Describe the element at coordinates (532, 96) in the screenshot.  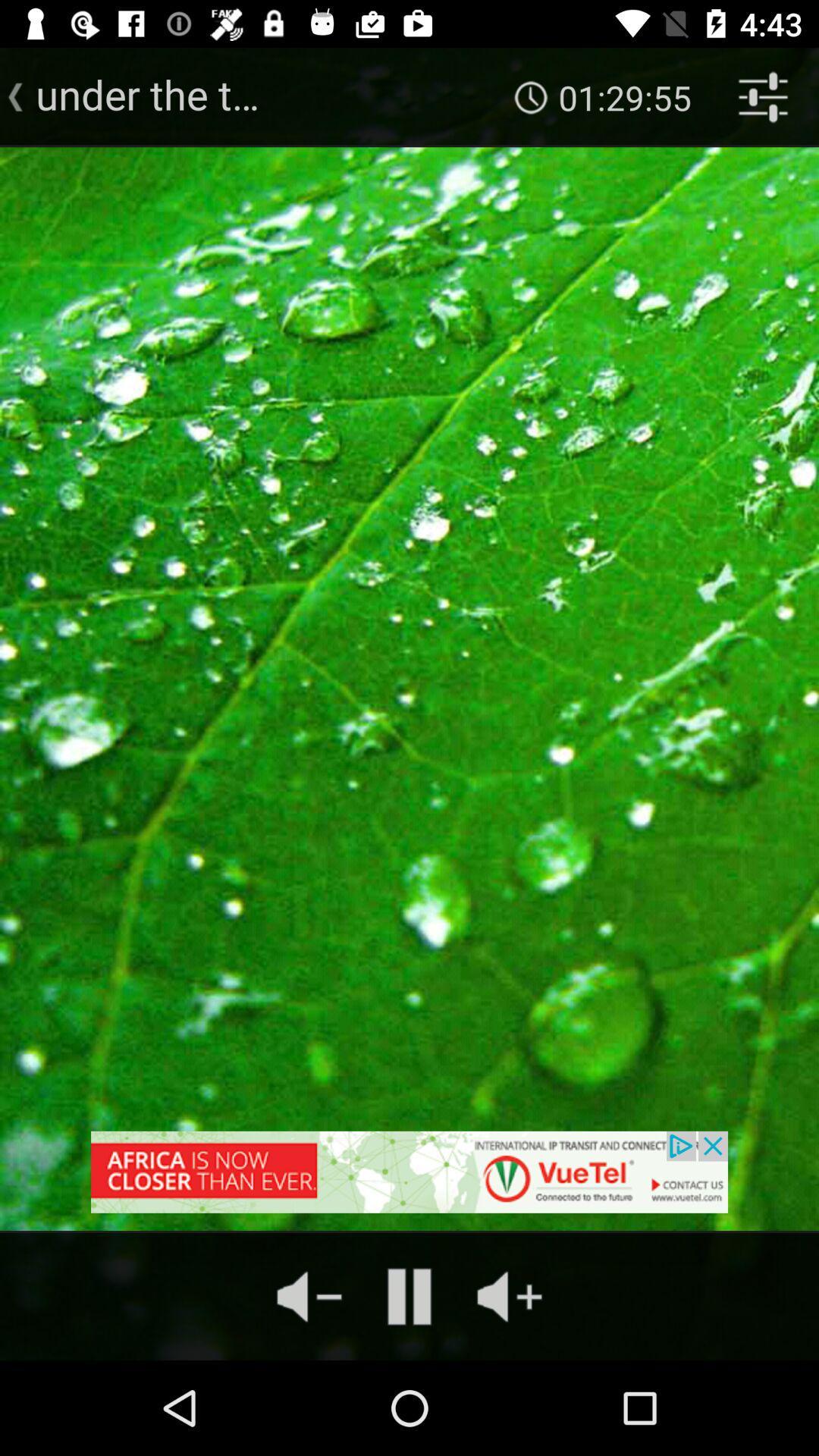
I see `the time icon` at that location.